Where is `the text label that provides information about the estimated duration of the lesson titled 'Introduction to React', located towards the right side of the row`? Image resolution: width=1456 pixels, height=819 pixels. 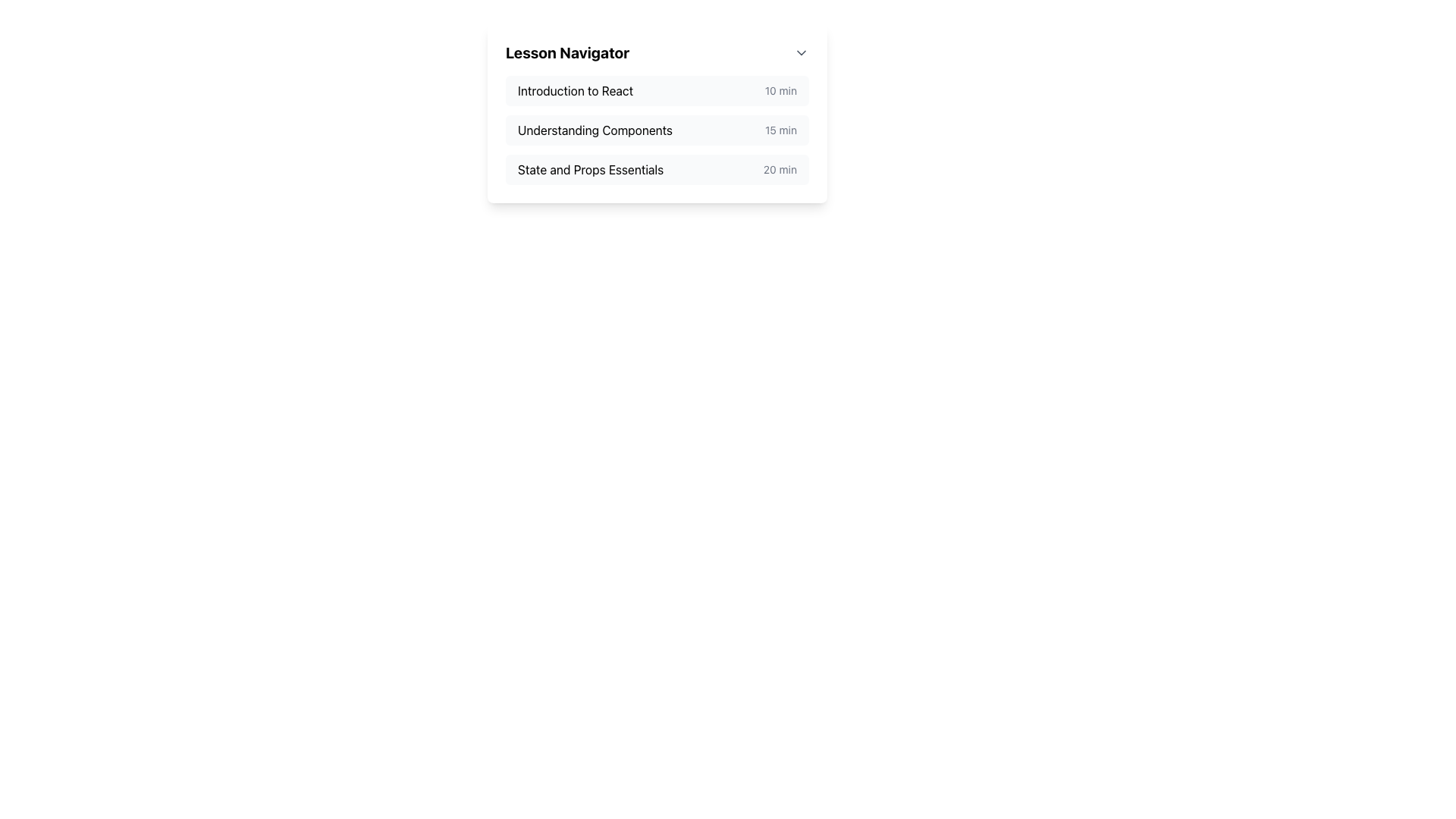 the text label that provides information about the estimated duration of the lesson titled 'Introduction to React', located towards the right side of the row is located at coordinates (780, 90).